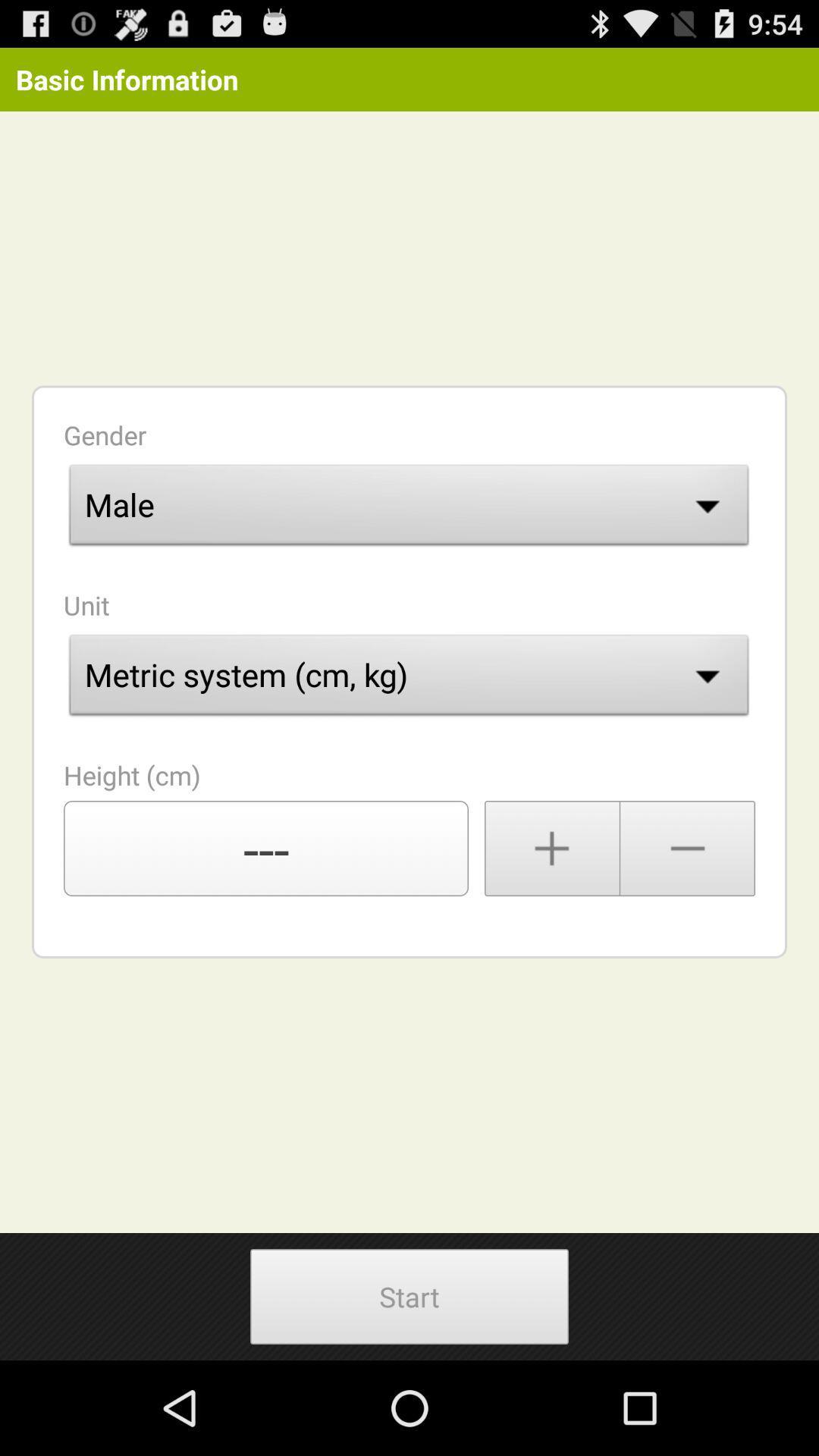 This screenshot has width=819, height=1456. Describe the element at coordinates (551, 847) in the screenshot. I see `increase the number till you find your height measurement` at that location.